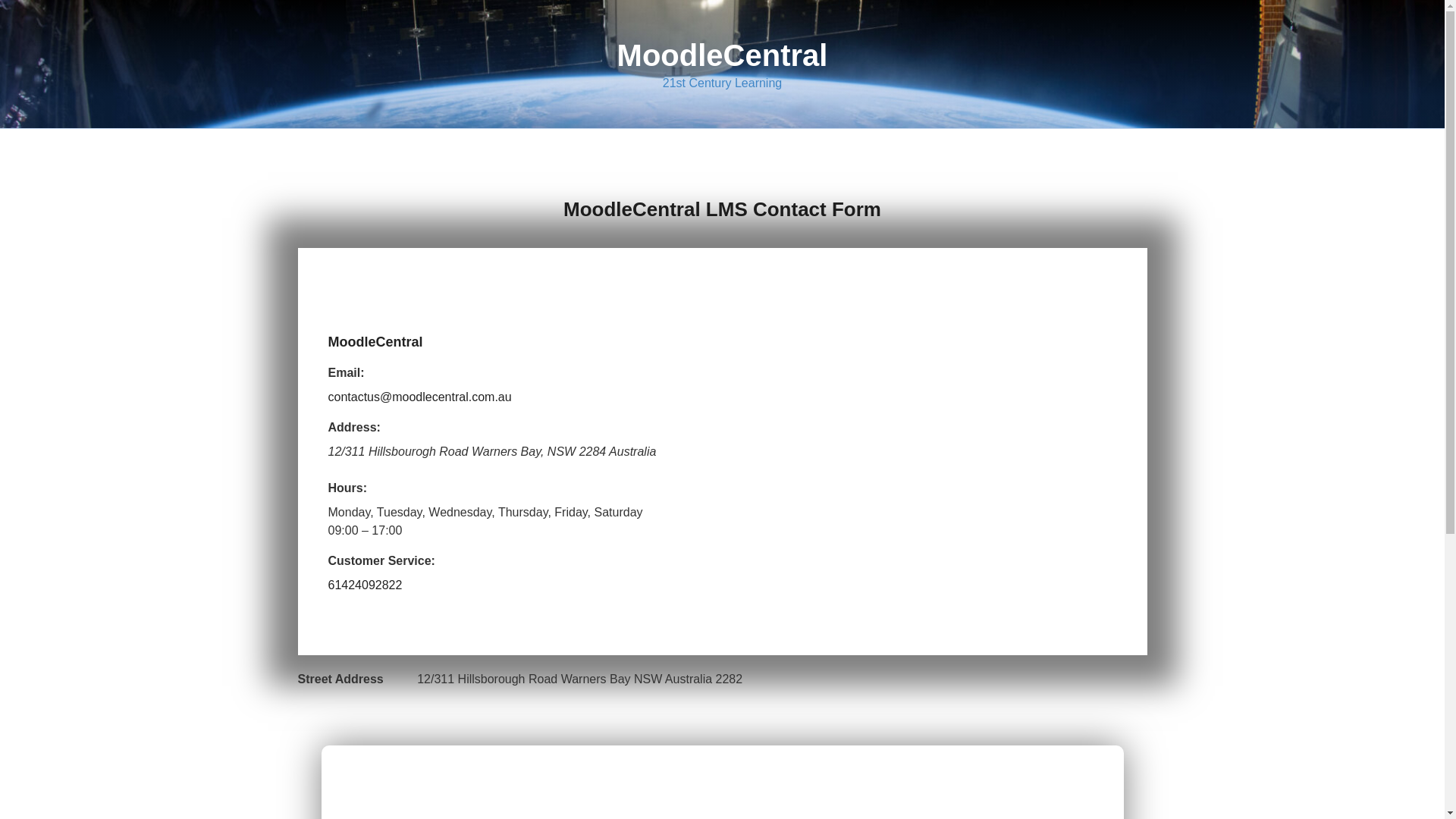  Describe the element at coordinates (419, 396) in the screenshot. I see `'contactus@moodlecentral.com.au'` at that location.